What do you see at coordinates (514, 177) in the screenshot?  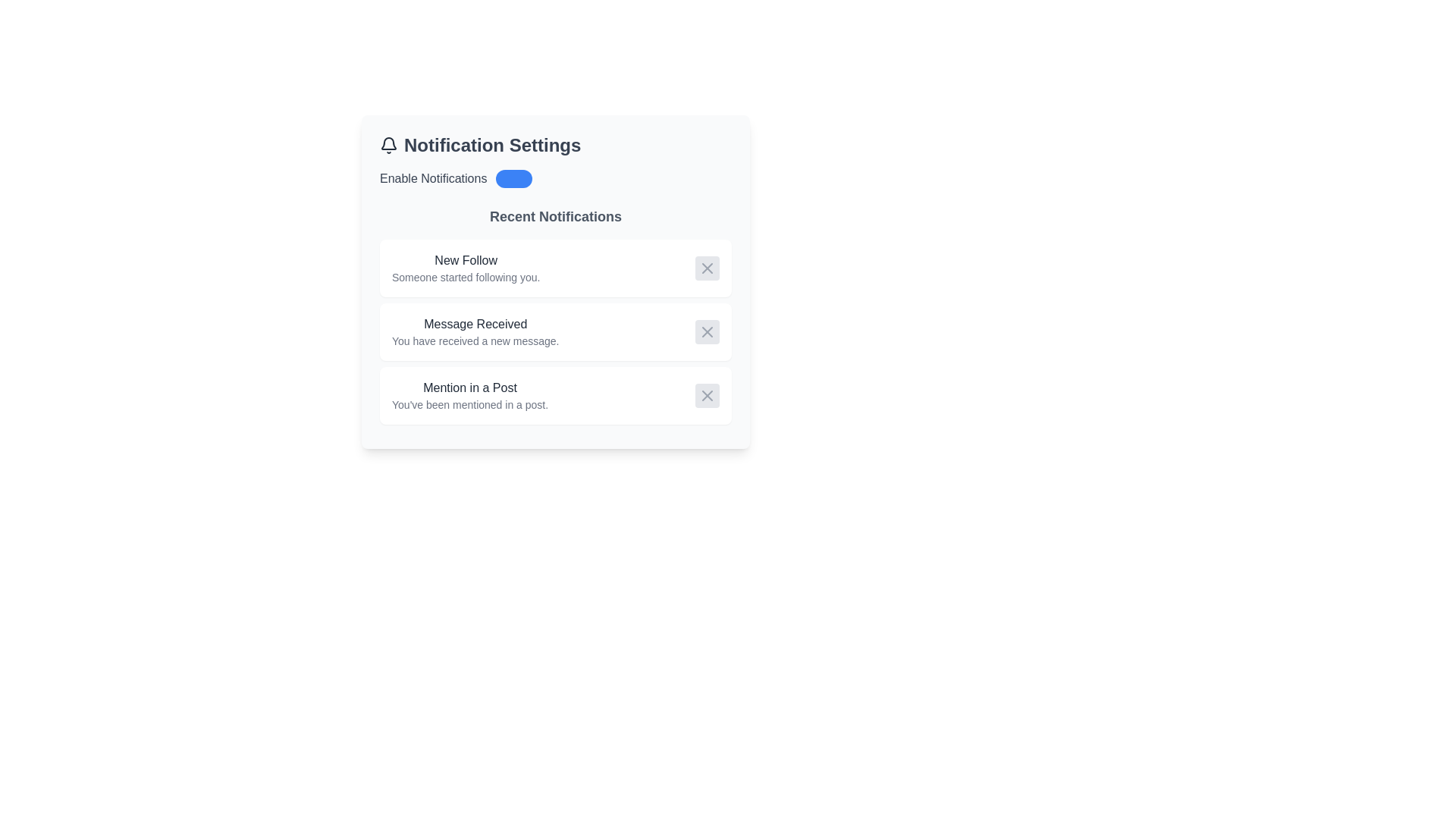 I see `the toggle switch located to the right of 'Enable Notifications'` at bounding box center [514, 177].